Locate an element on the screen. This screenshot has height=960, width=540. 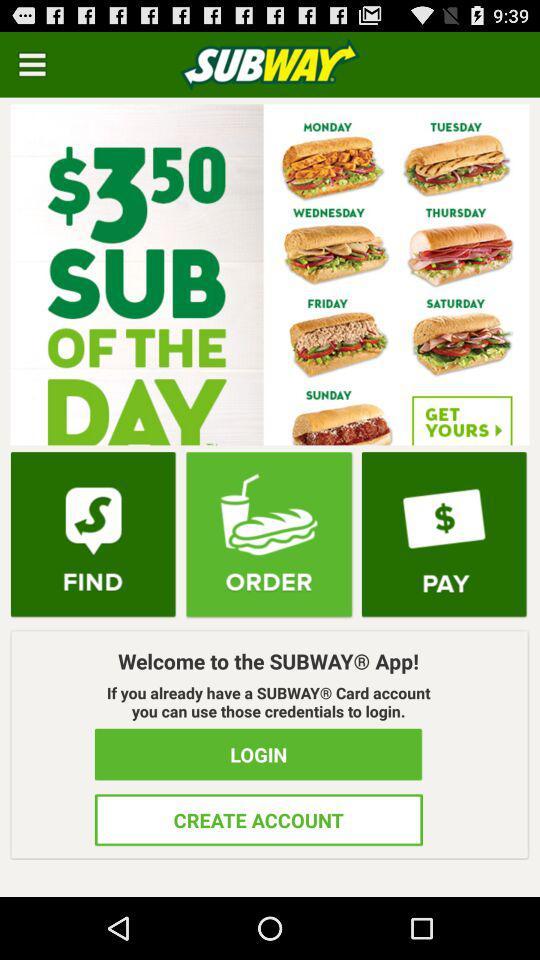
open offer is located at coordinates (270, 273).